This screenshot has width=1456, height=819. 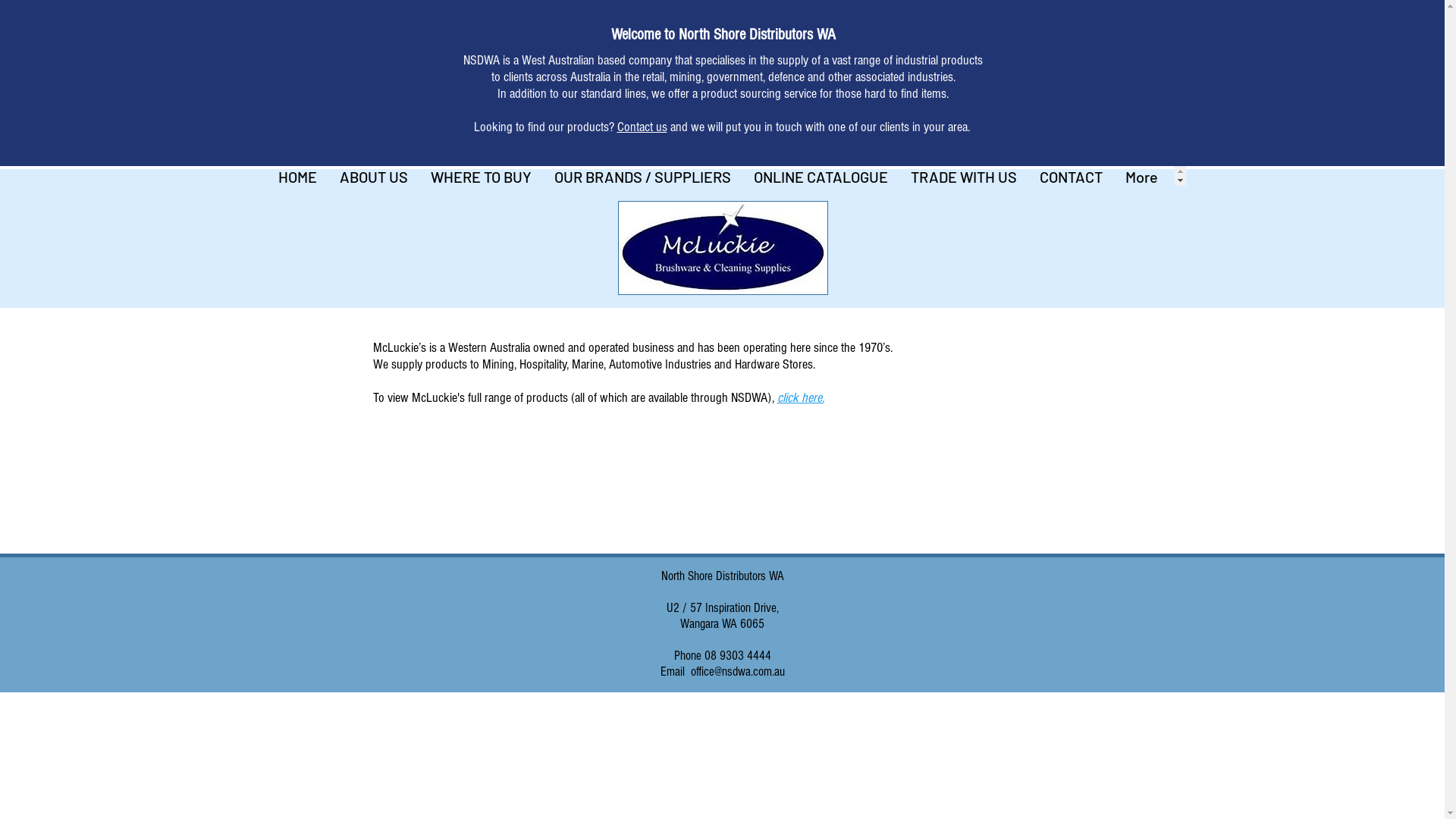 I want to click on 'click here.', so click(x=799, y=397).